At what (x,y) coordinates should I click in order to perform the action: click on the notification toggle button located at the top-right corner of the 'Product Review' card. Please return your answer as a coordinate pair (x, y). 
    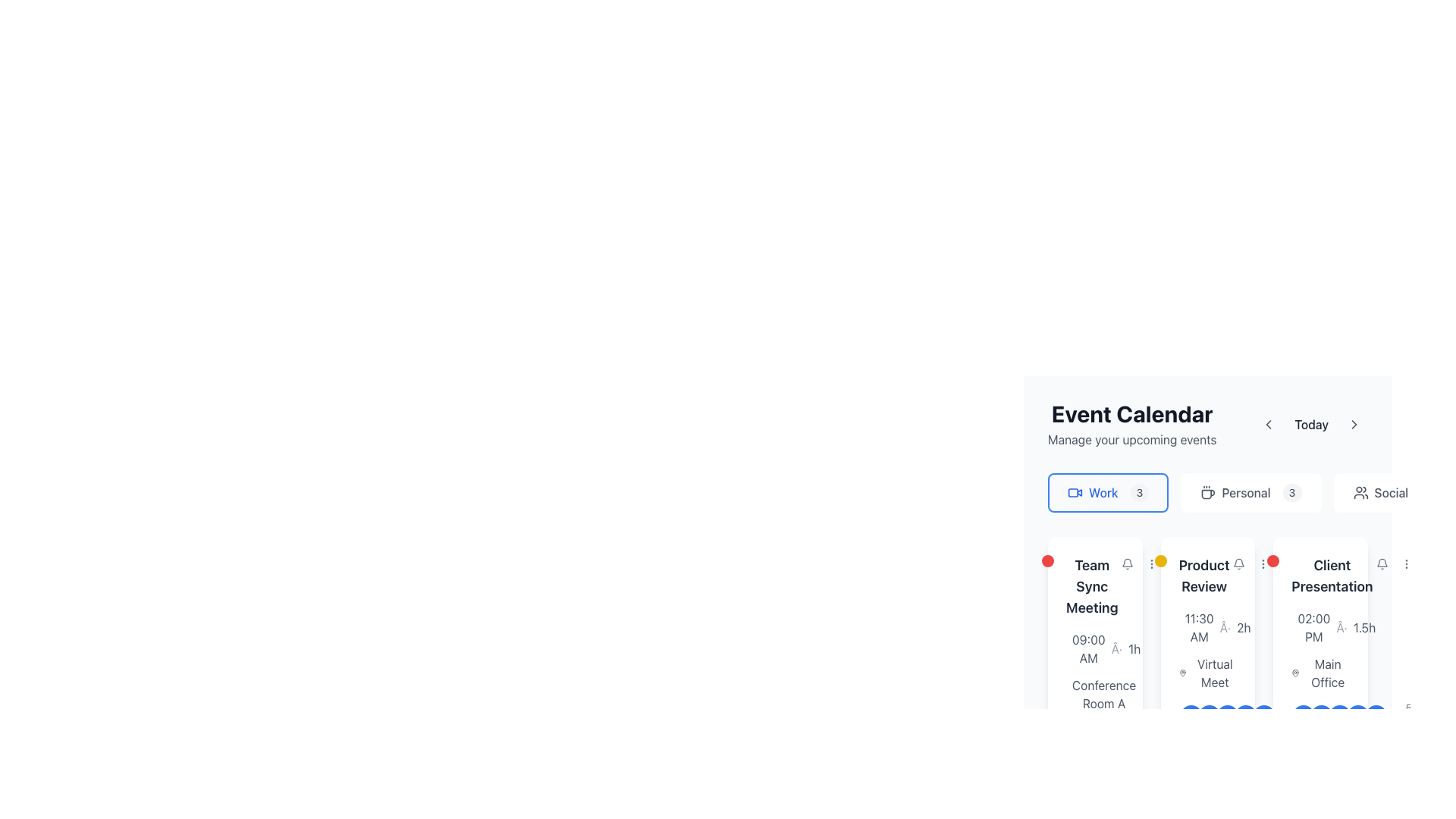
    Looking at the image, I should click on (1238, 564).